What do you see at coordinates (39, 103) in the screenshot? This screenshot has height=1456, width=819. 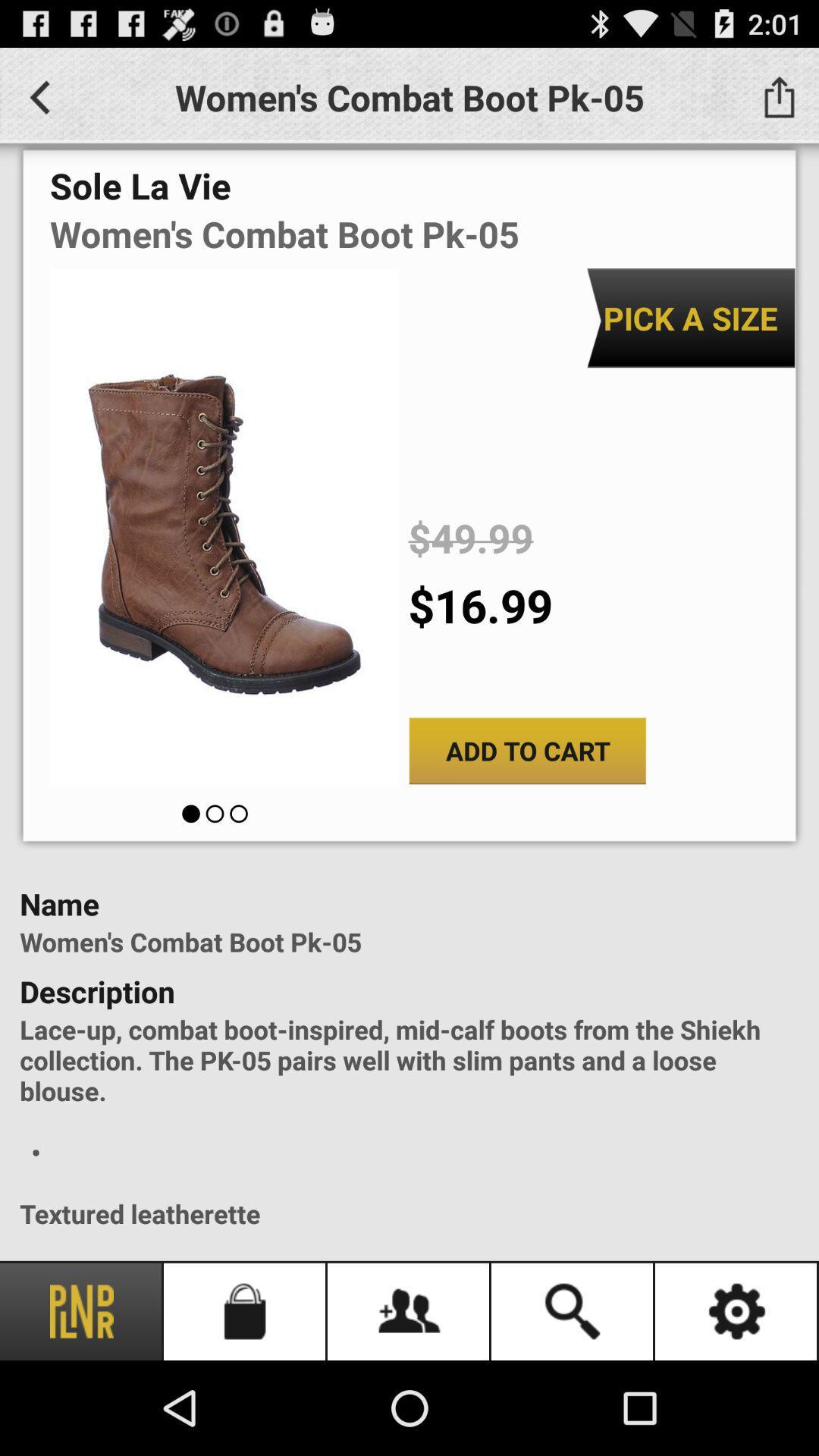 I see `the arrow_backward icon` at bounding box center [39, 103].